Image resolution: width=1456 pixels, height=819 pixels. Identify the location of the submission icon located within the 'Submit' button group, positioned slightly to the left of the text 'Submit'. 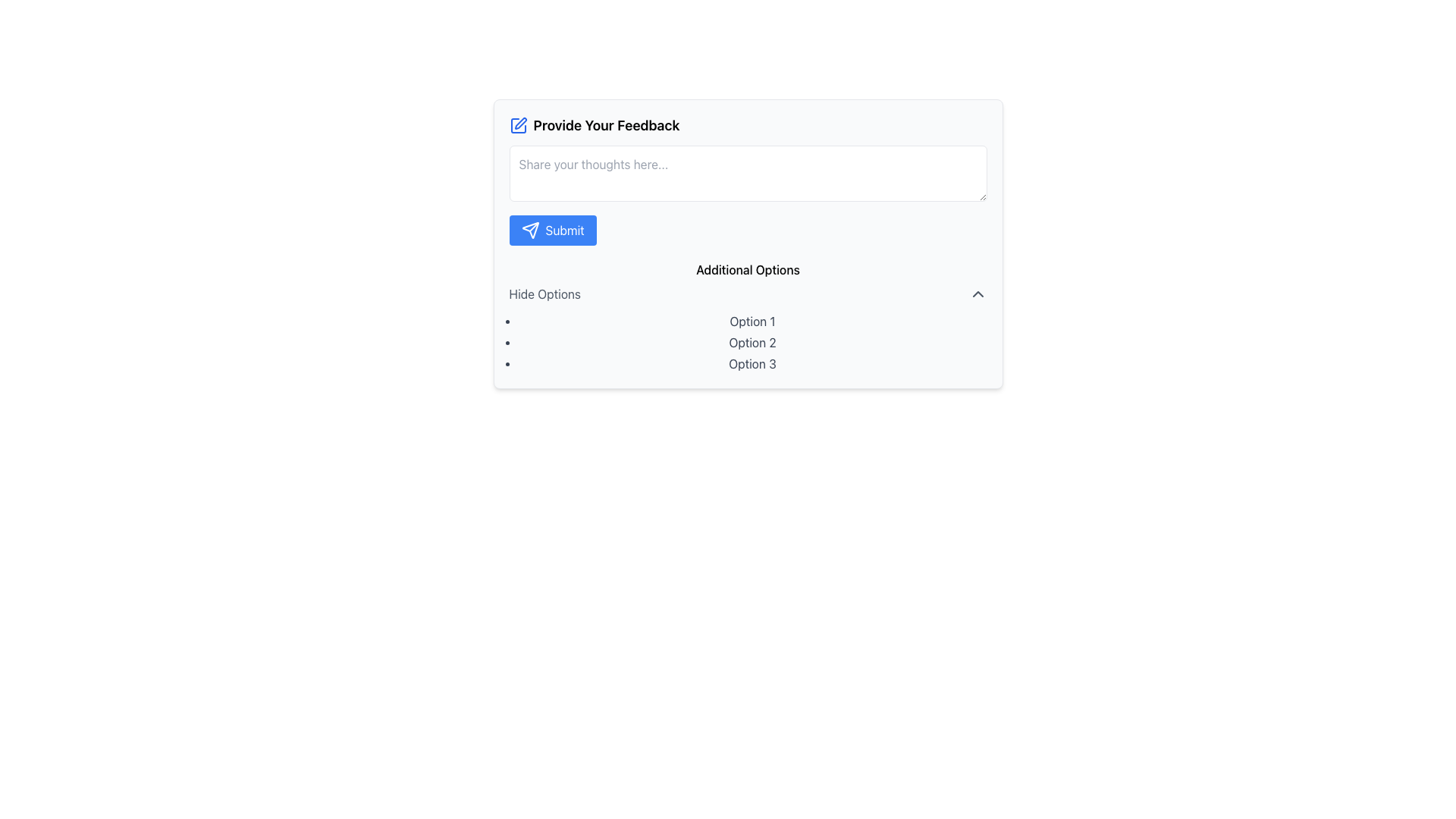
(530, 231).